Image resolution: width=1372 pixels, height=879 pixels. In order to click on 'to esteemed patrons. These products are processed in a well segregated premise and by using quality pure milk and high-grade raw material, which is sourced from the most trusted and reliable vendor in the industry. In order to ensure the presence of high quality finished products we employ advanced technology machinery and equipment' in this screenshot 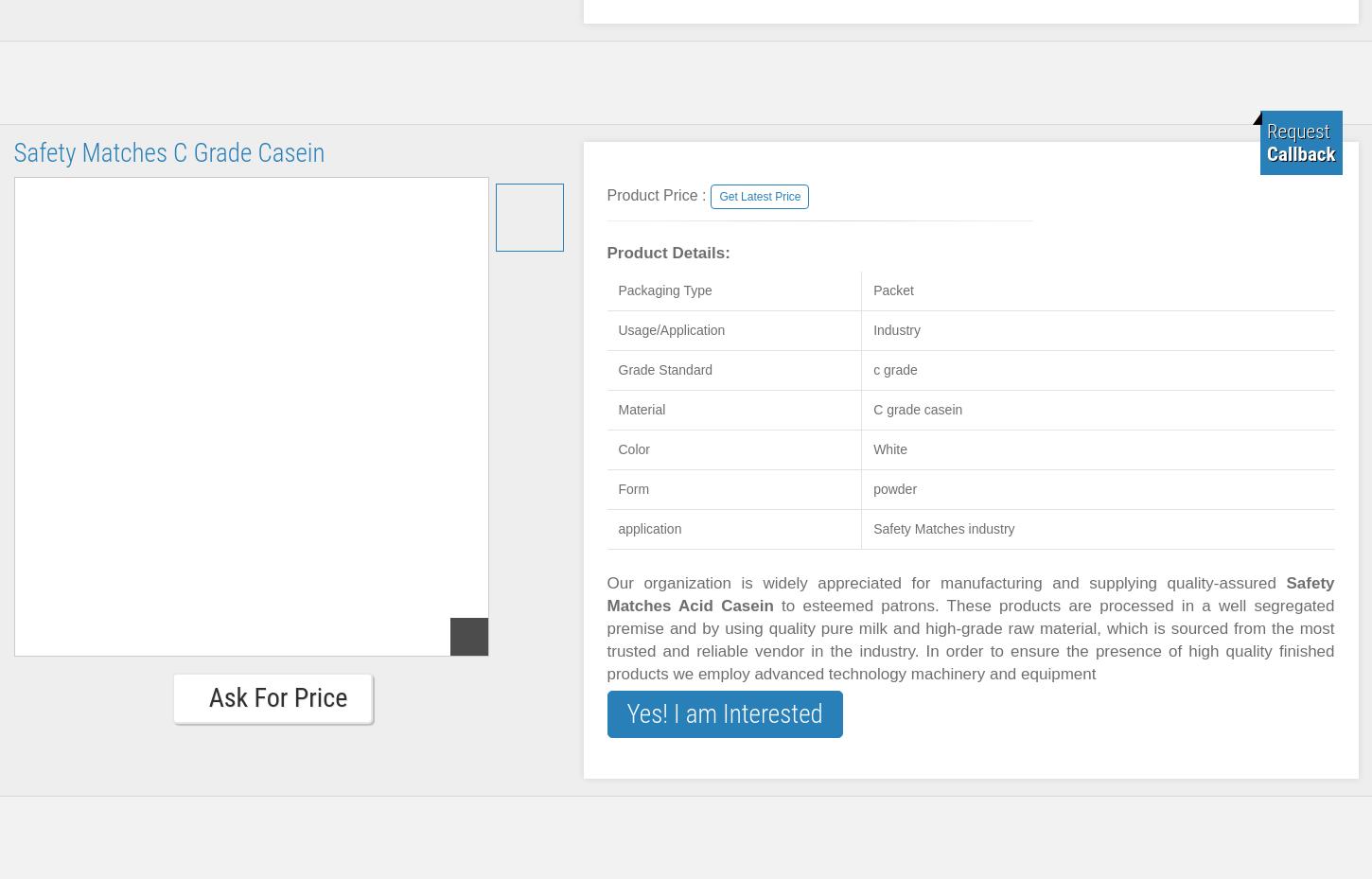, I will do `click(970, 640)`.